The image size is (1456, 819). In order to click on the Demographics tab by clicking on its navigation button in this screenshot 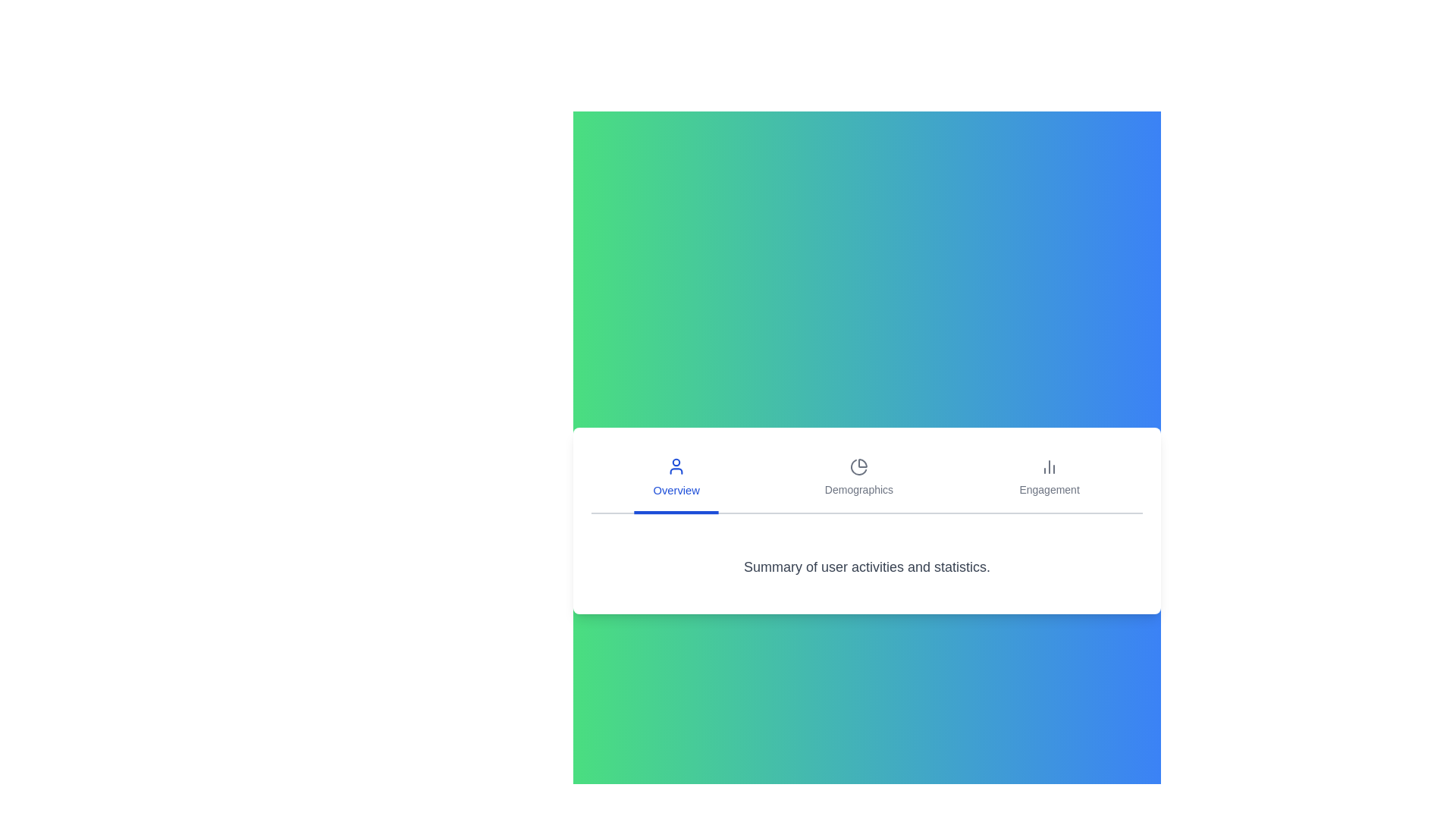, I will do `click(858, 479)`.